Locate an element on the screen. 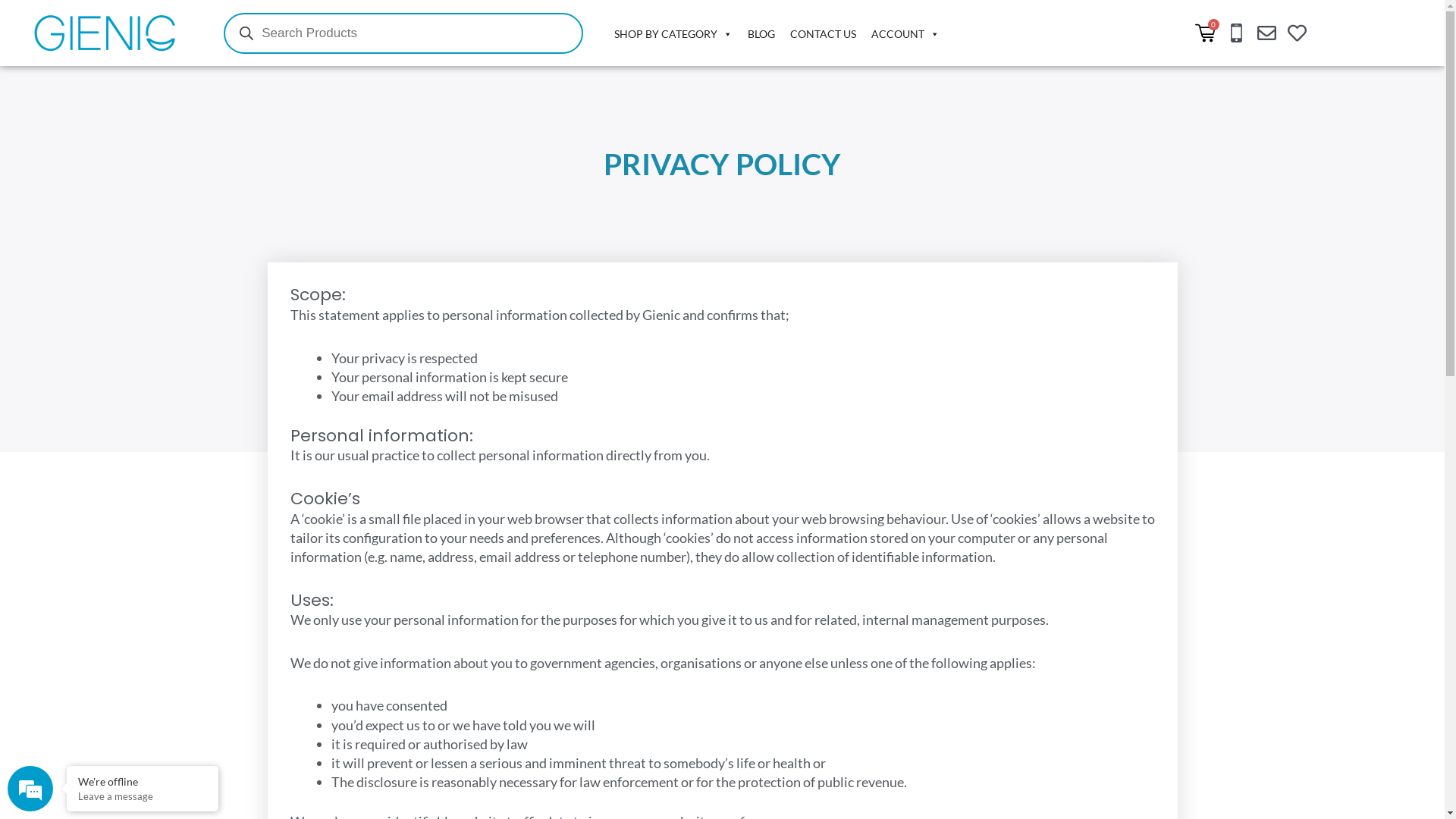 This screenshot has height=819, width=1456. 'SHOP BY CATEGORY' is located at coordinates (673, 34).